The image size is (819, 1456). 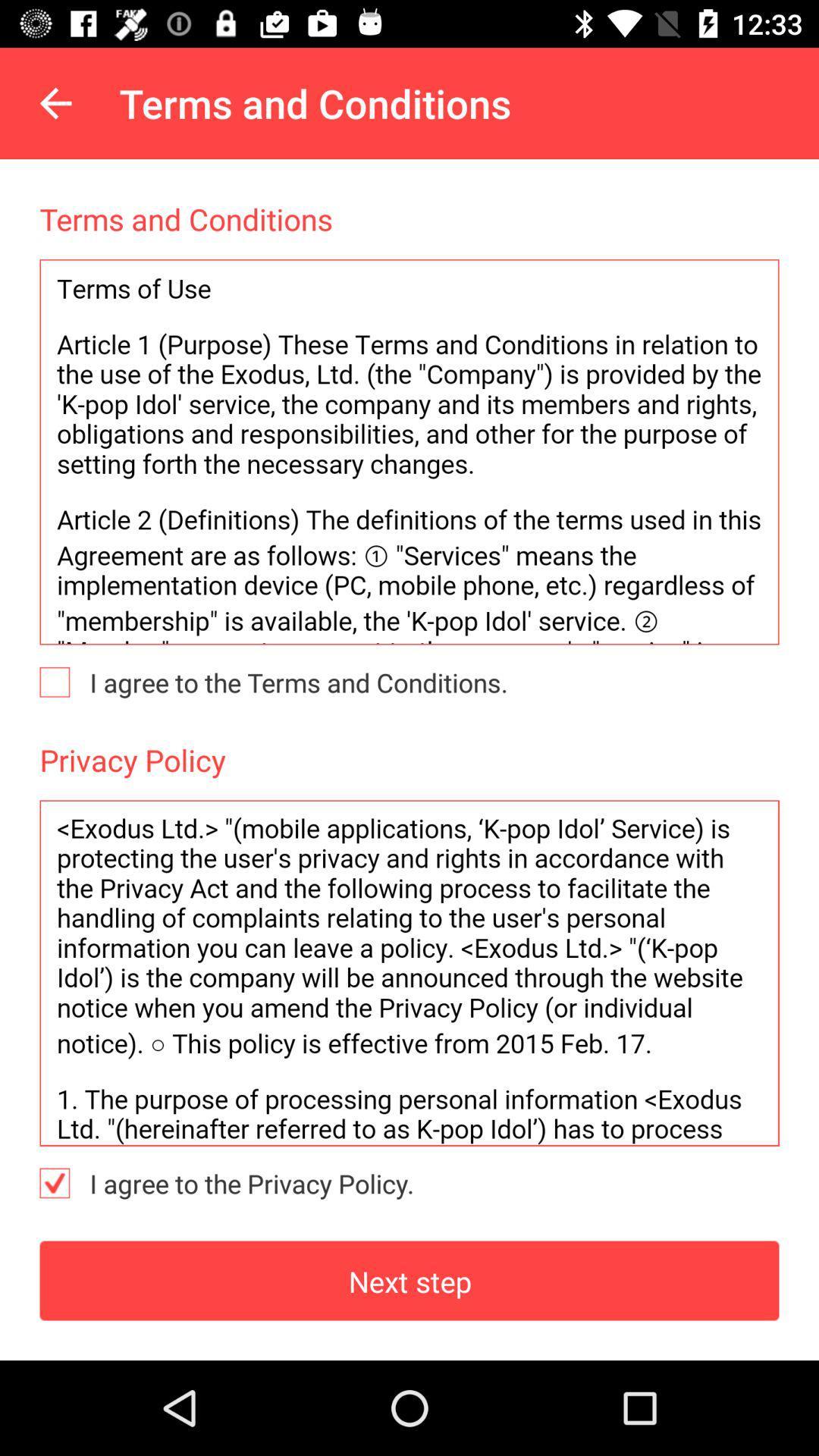 What do you see at coordinates (409, 973) in the screenshot?
I see `browse the privacy policy` at bounding box center [409, 973].